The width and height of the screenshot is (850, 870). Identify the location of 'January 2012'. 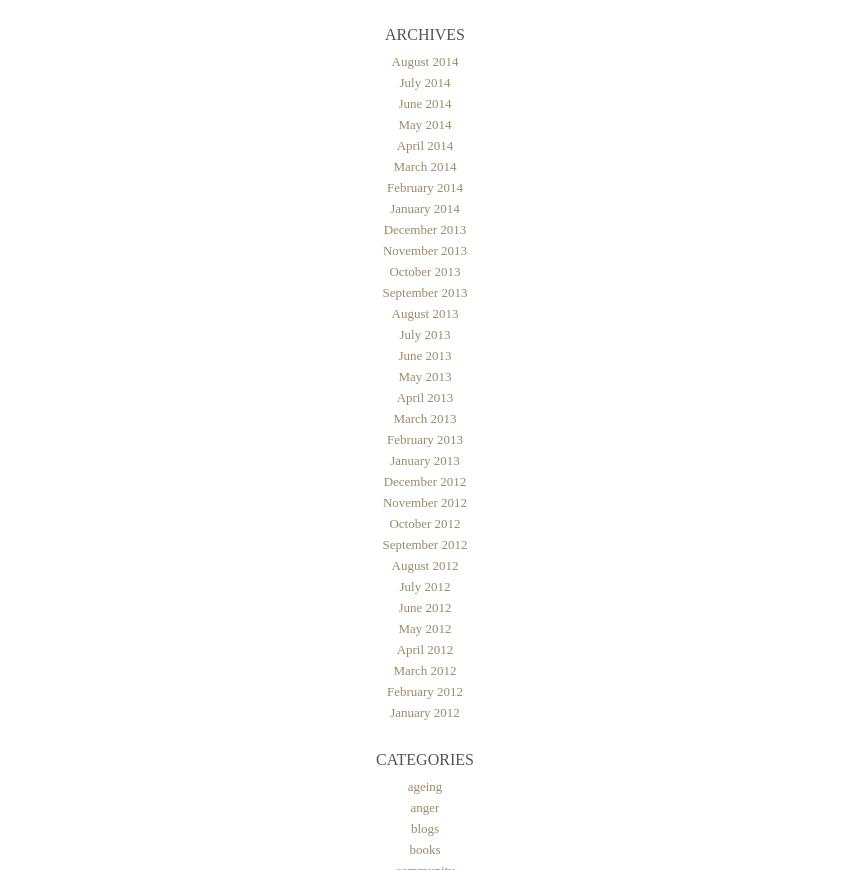
(424, 712).